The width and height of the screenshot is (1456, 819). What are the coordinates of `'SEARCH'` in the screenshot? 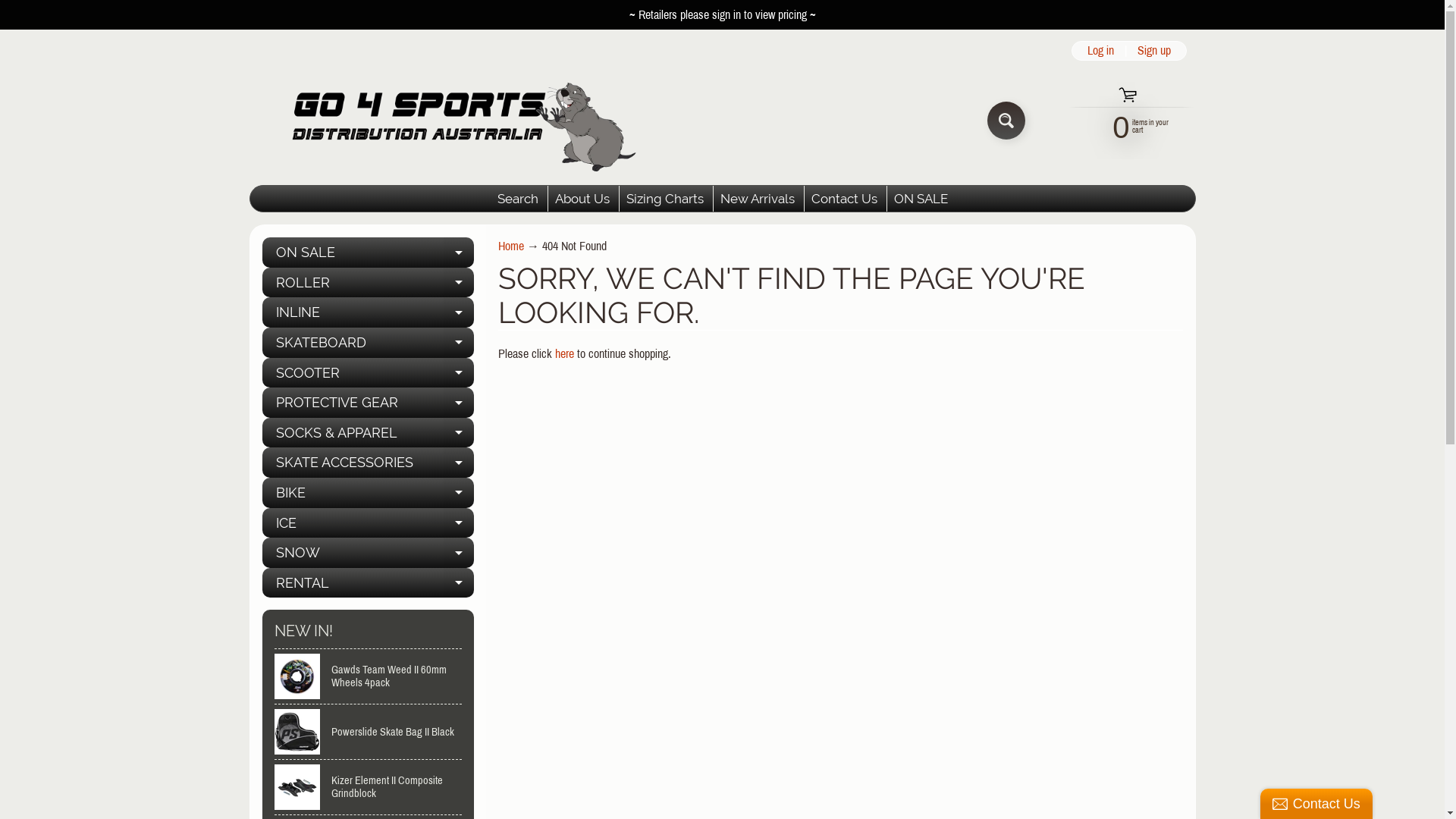 It's located at (1006, 119).